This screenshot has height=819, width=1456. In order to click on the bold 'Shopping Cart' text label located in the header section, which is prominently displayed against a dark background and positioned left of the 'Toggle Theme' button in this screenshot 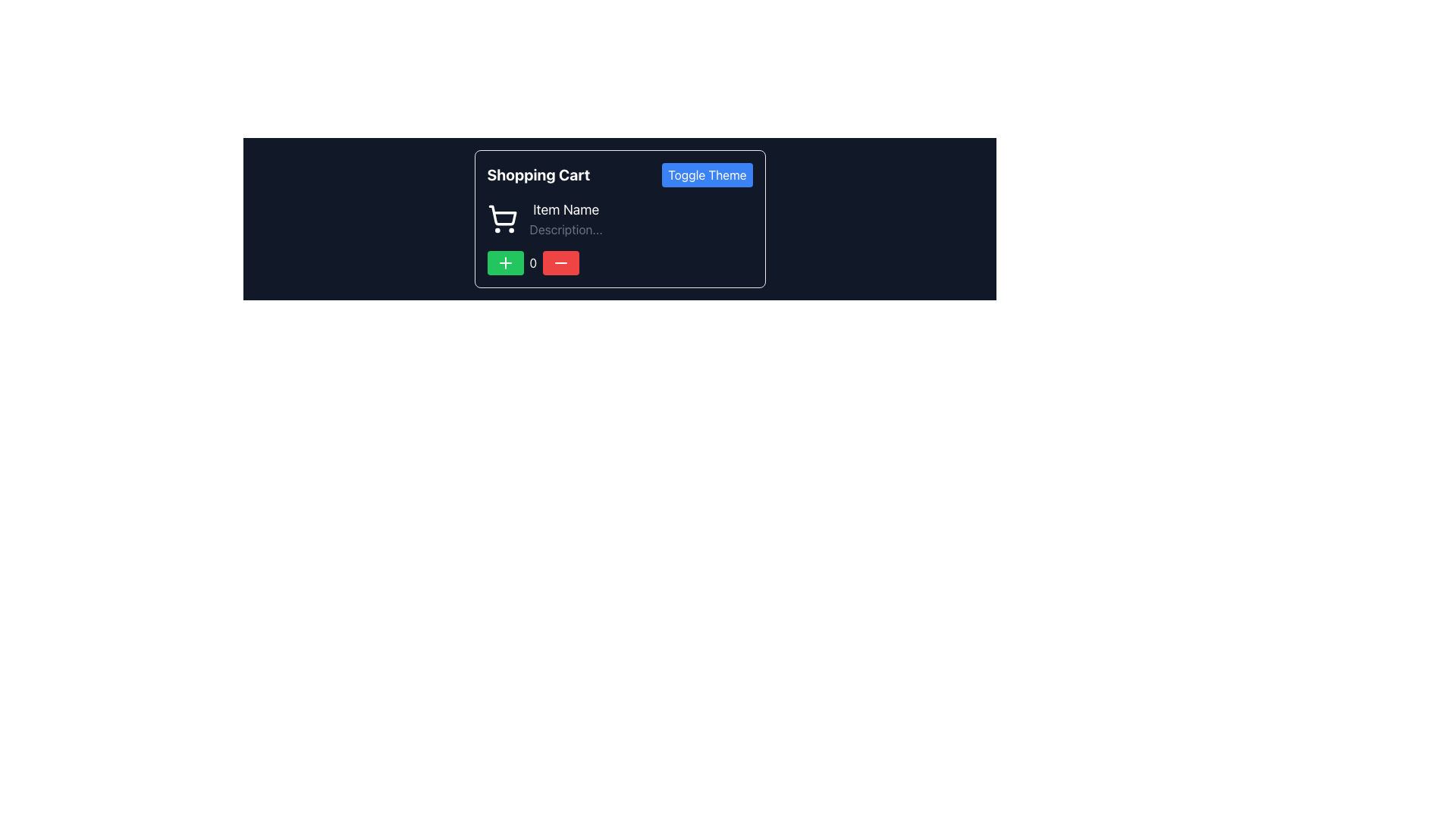, I will do `click(538, 174)`.